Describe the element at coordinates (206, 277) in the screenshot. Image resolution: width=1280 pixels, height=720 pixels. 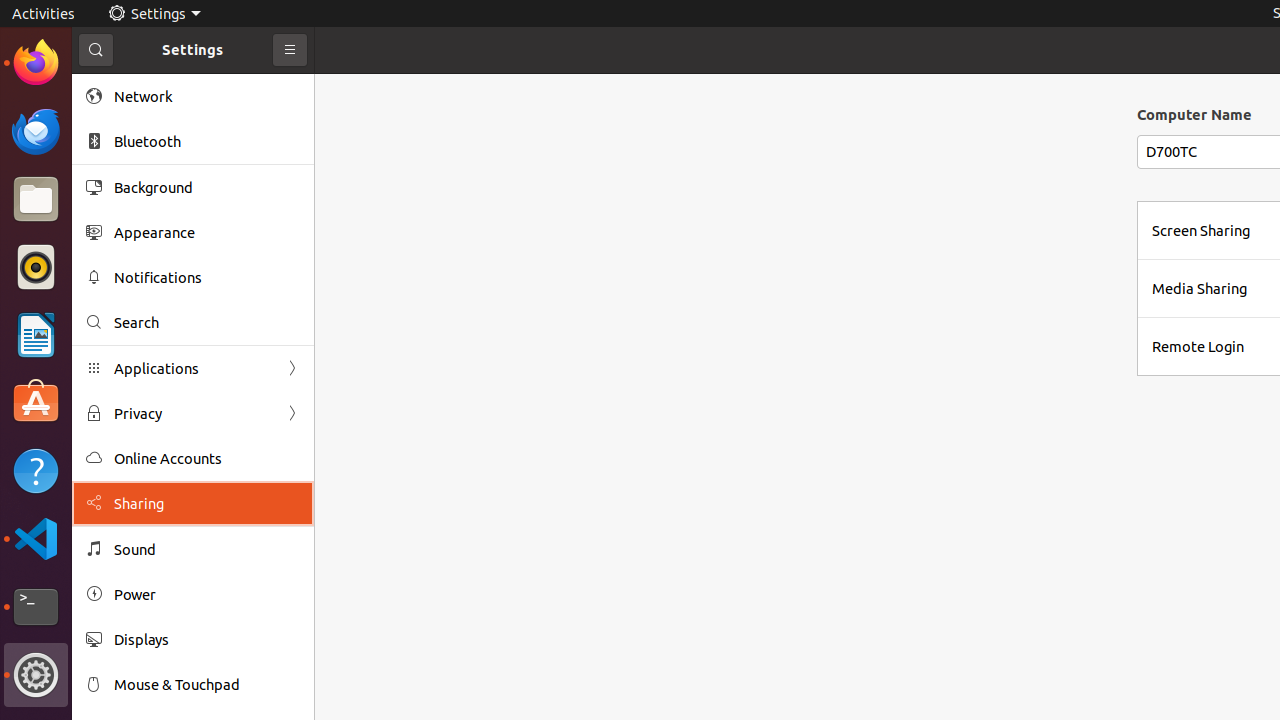
I see `'Notifications'` at that location.